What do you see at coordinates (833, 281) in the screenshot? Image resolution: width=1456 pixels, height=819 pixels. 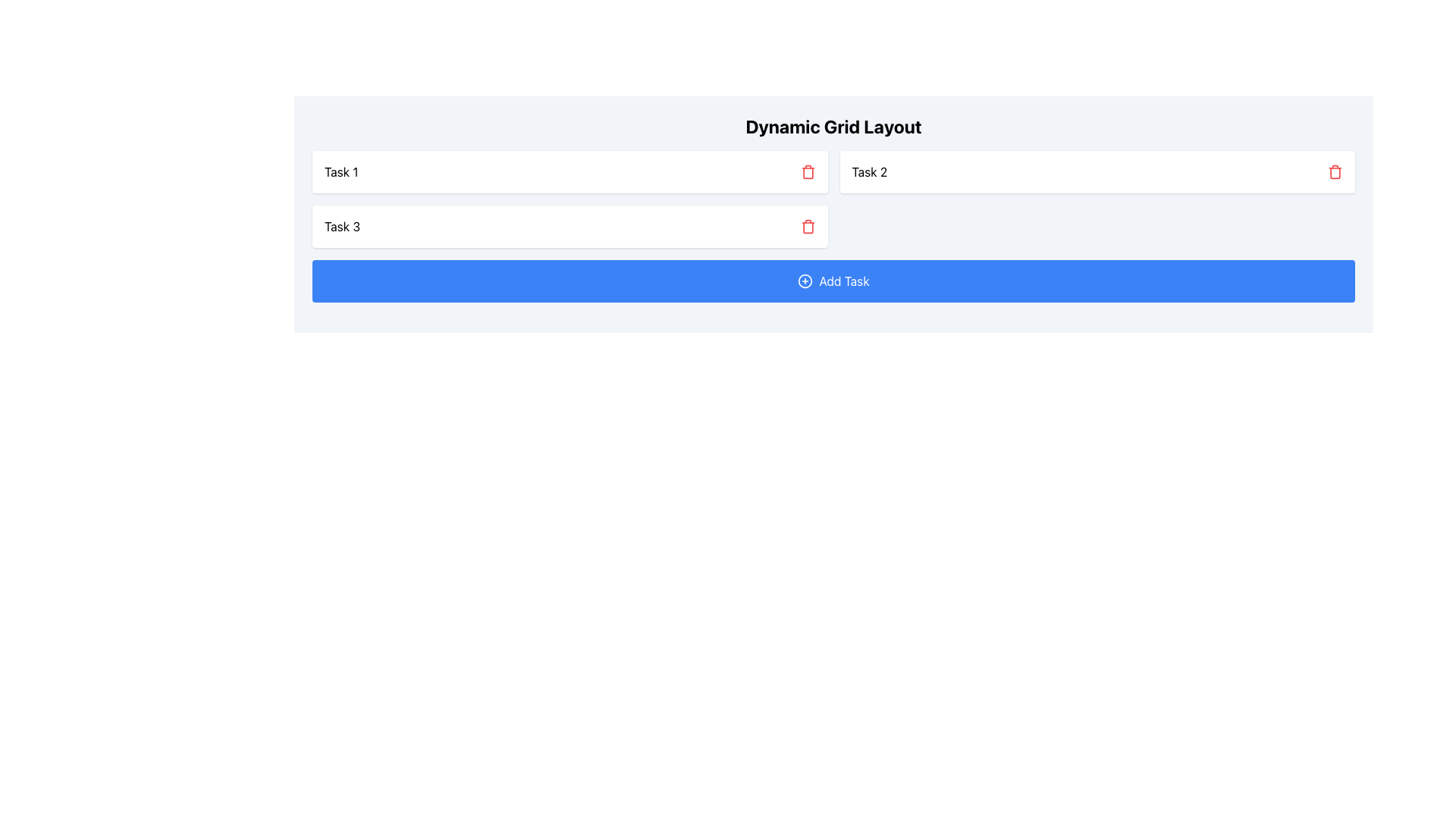 I see `the 'Add Task' button, which is a blue rectangular button with rounded corners, located below 'Task 1', 'Task 2', and 'Task 3'` at bounding box center [833, 281].